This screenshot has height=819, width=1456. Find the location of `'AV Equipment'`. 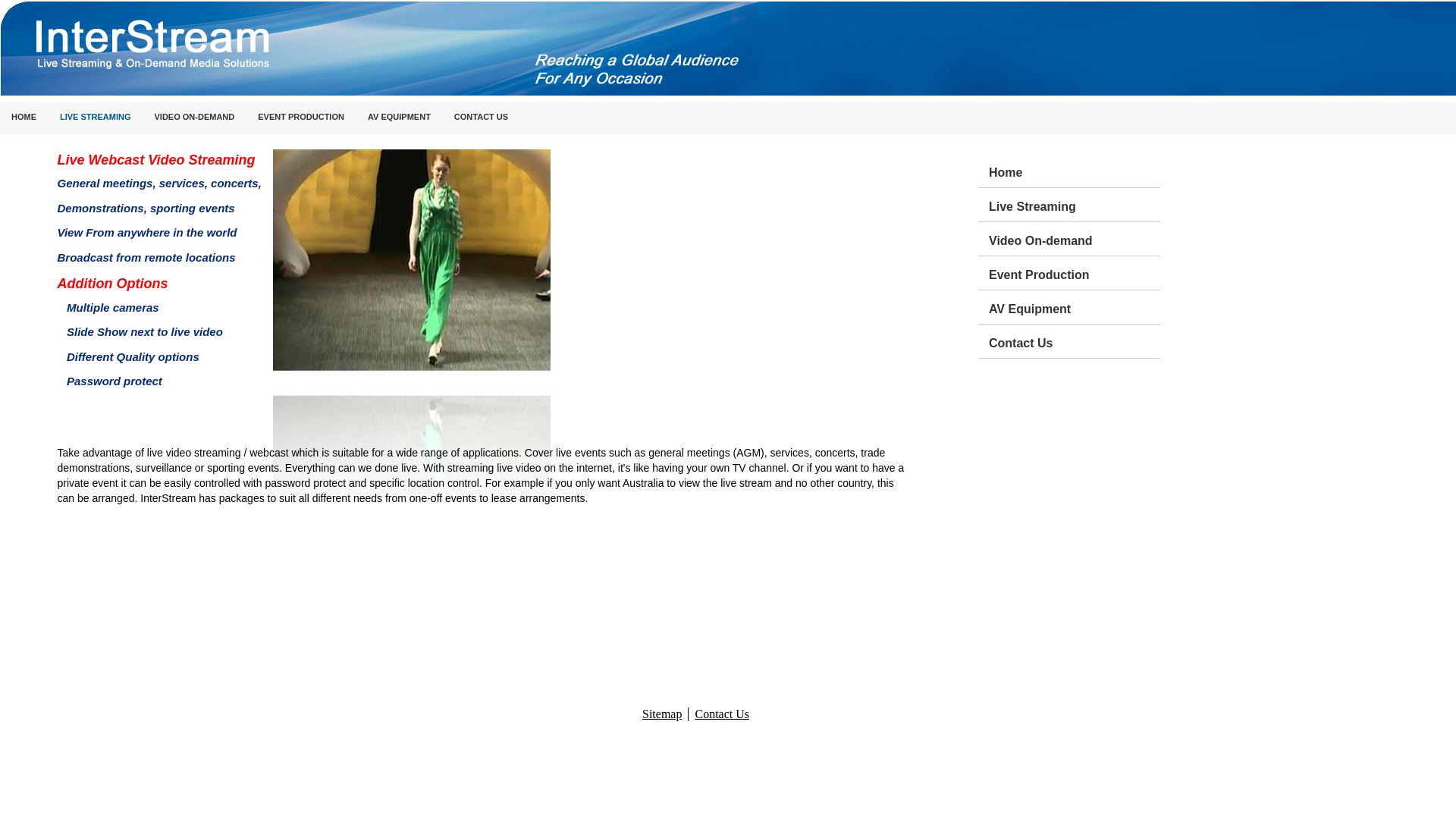

'AV Equipment' is located at coordinates (1073, 307).